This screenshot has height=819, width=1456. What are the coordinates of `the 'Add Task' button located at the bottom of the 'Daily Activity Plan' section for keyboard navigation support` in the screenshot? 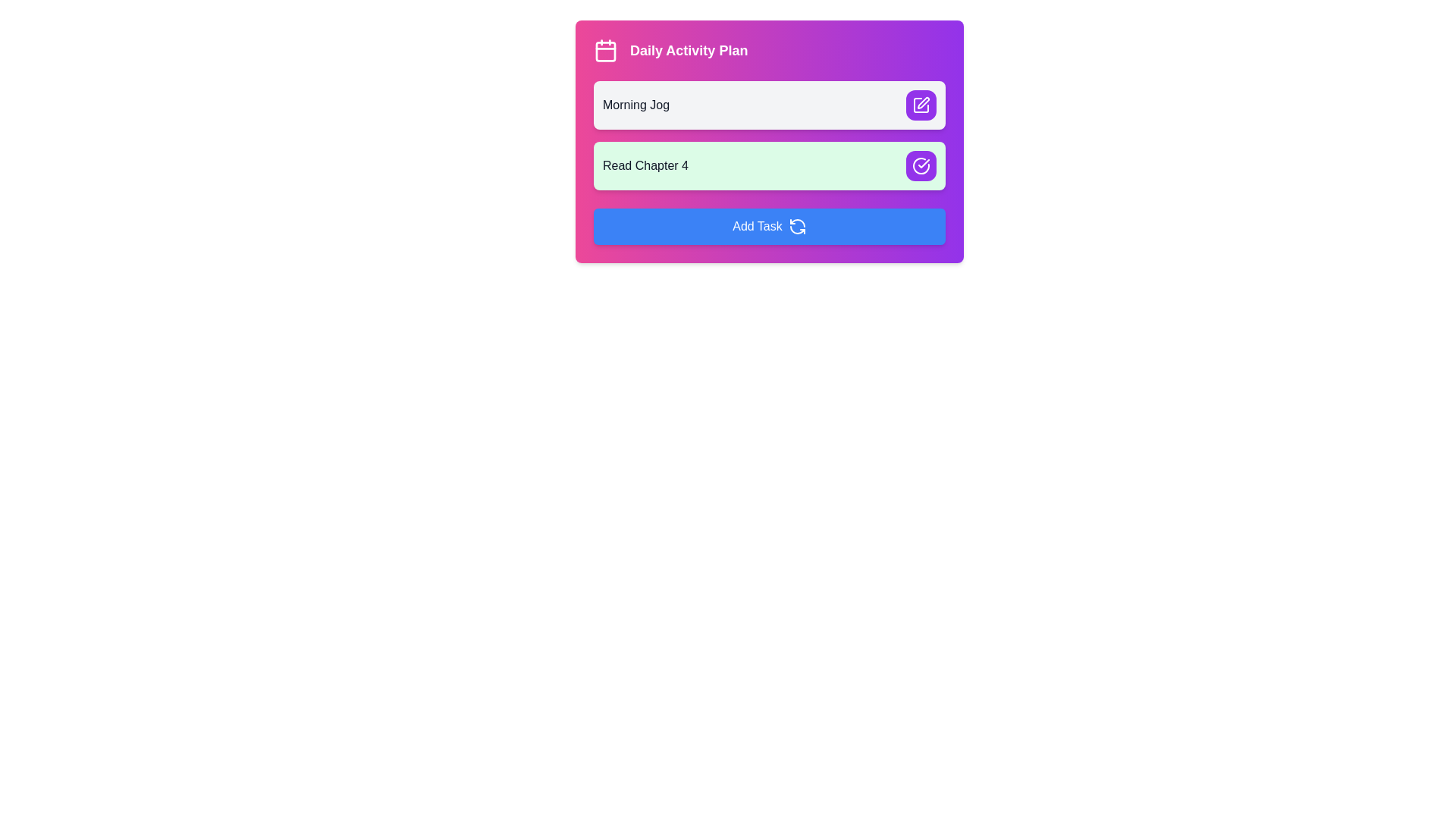 It's located at (769, 227).